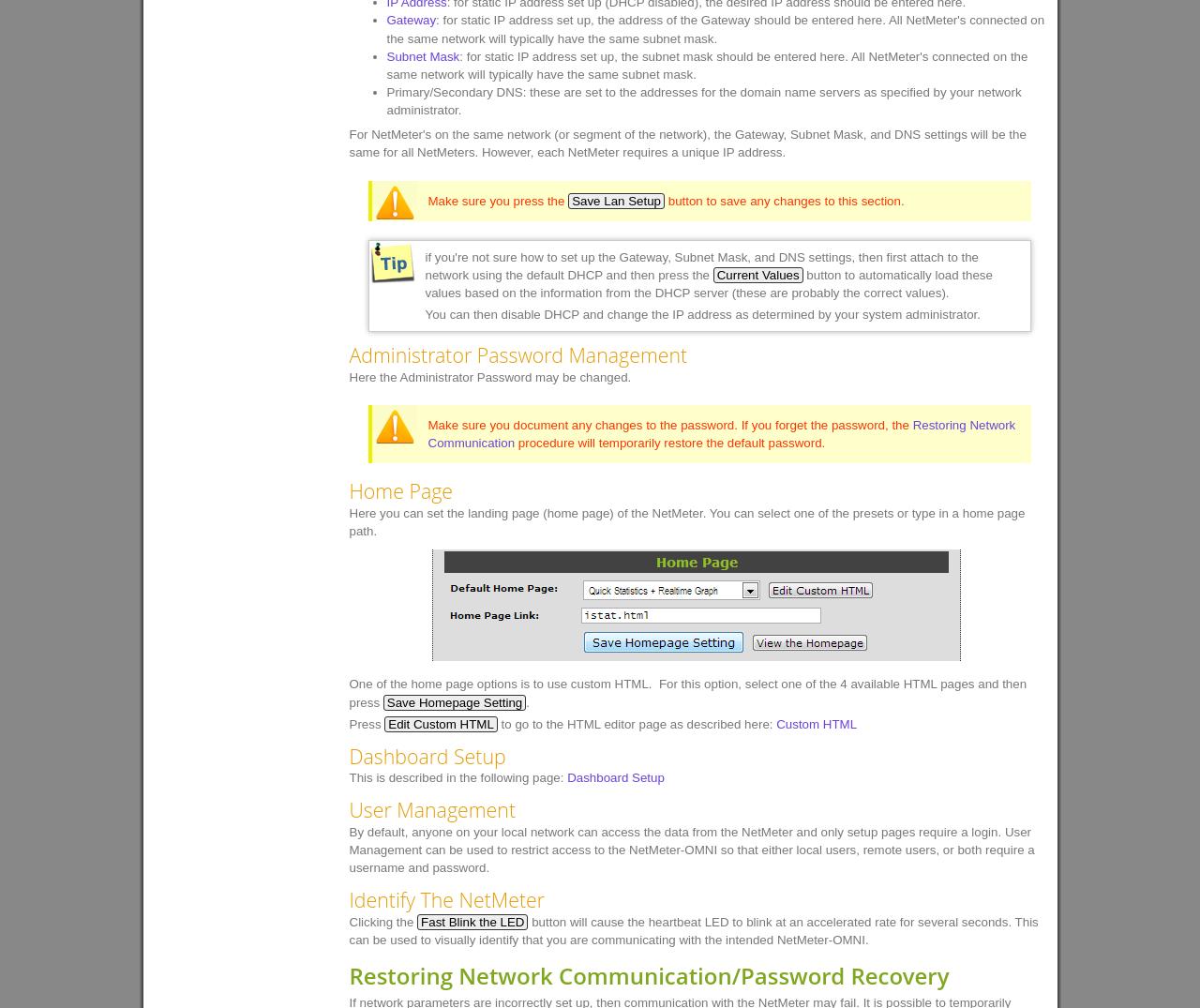 The image size is (1200, 1008). Describe the element at coordinates (514, 443) in the screenshot. I see `'procedure will temporarily restore the default password.'` at that location.